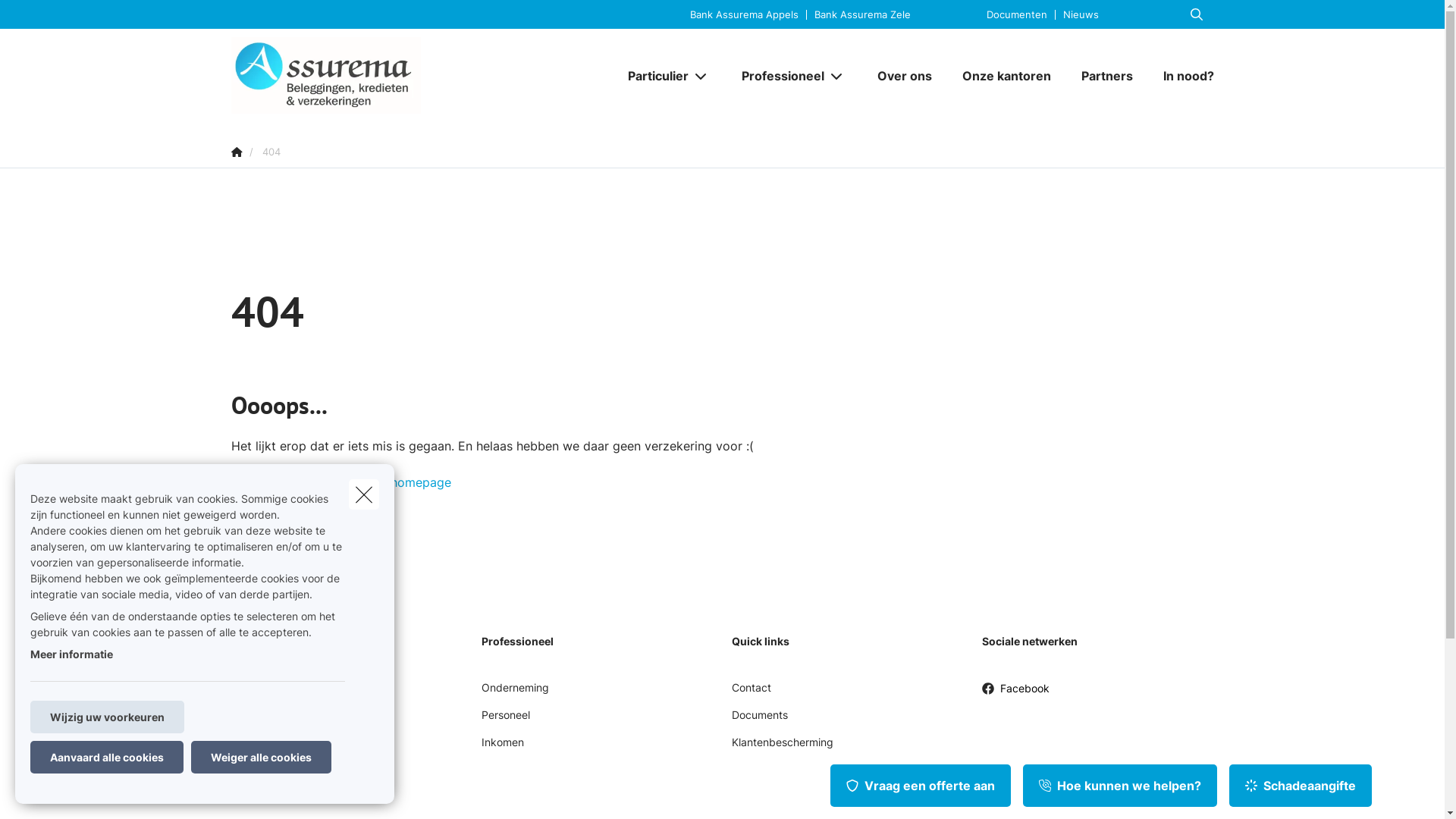  Describe the element at coordinates (261, 757) in the screenshot. I see `'Weiger alle cookies'` at that location.